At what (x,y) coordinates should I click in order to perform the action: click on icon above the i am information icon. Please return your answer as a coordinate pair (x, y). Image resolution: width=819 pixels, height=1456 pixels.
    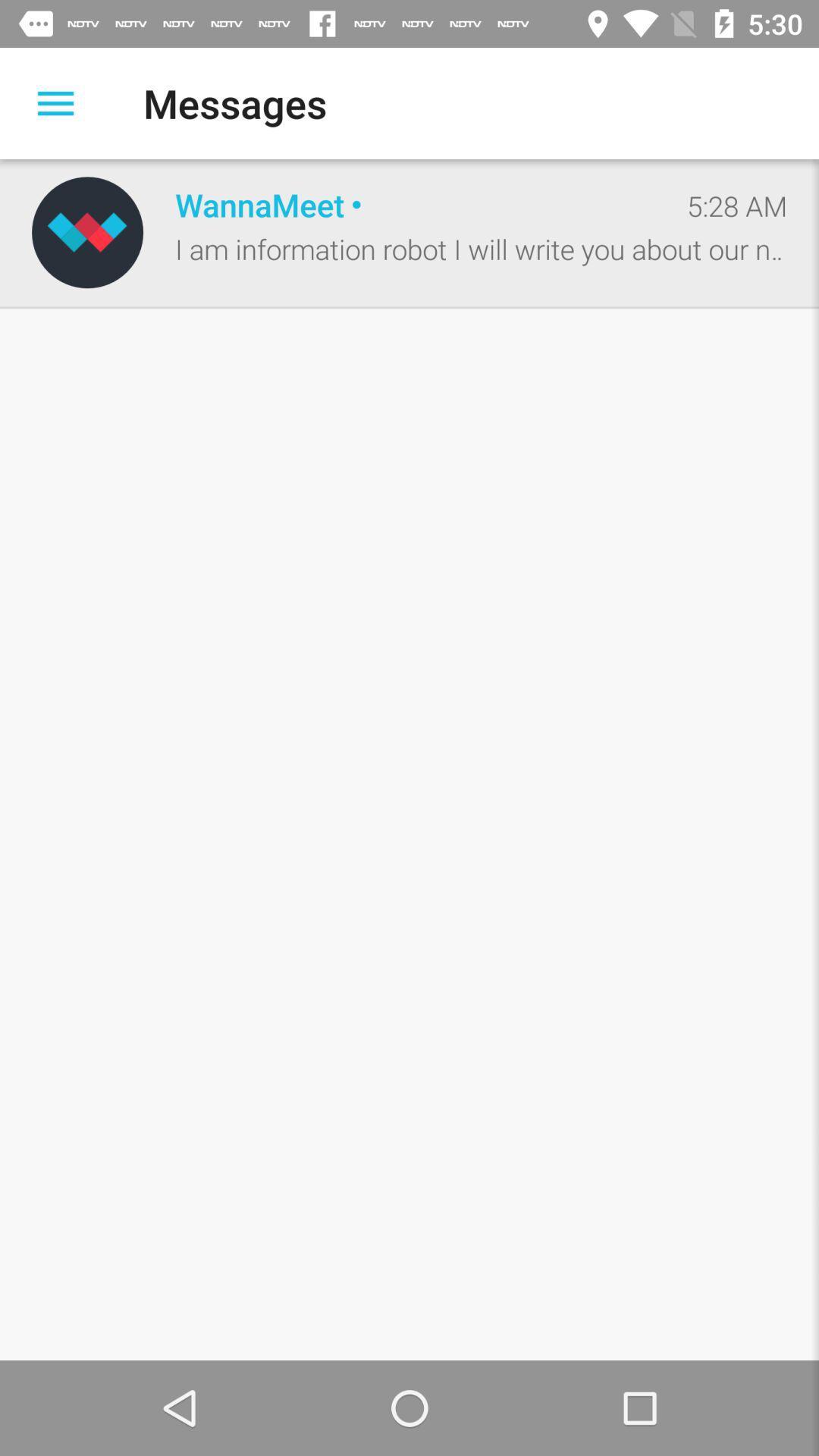
    Looking at the image, I should click on (736, 205).